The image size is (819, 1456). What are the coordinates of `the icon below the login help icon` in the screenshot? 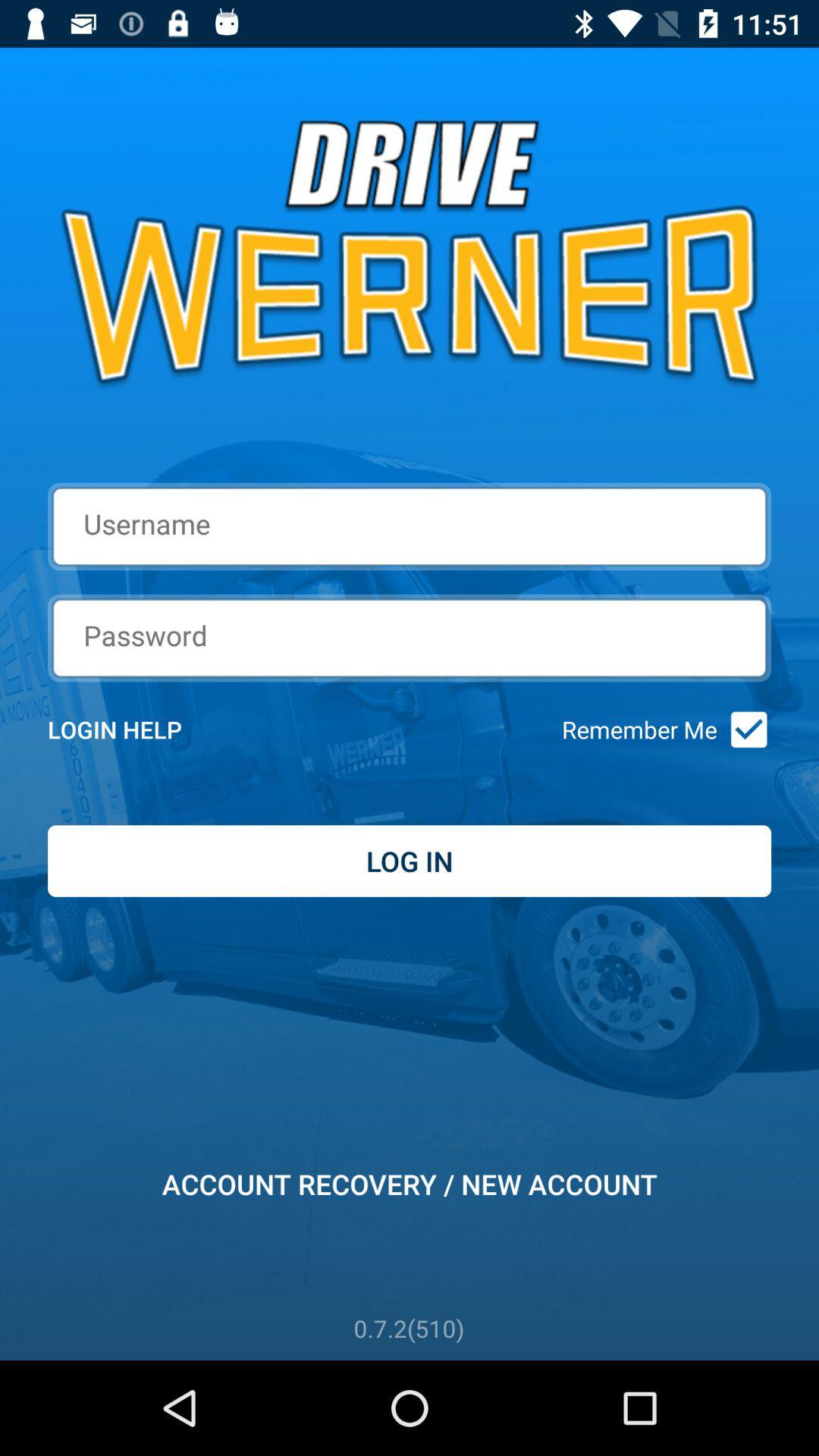 It's located at (409, 861).